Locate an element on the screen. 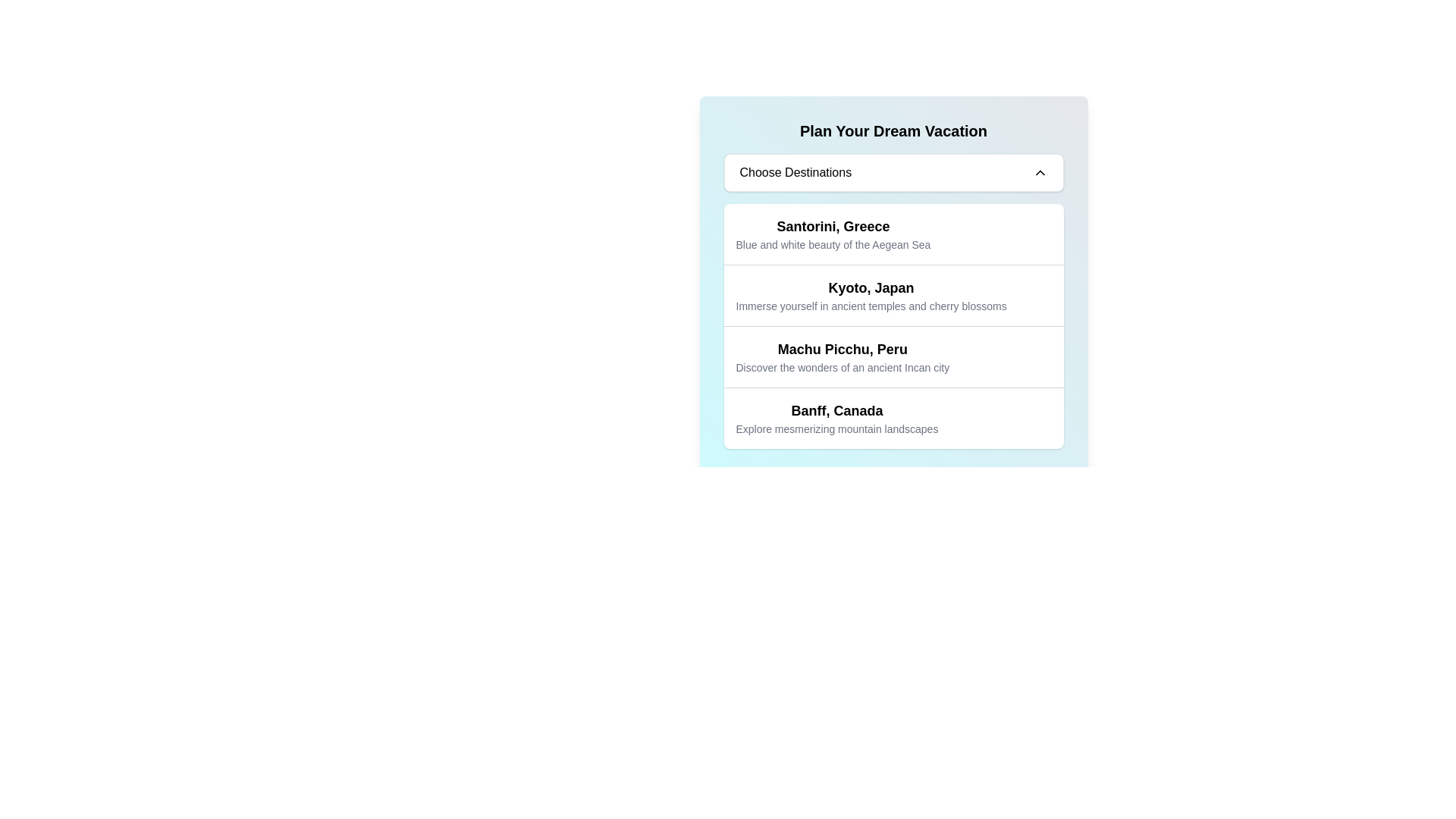 Image resolution: width=1456 pixels, height=819 pixels. the text block displaying 'Kyoto, Japan Immerse yourself in ancient temples and cherry blossoms', which is the second option in the selectable list is located at coordinates (893, 284).